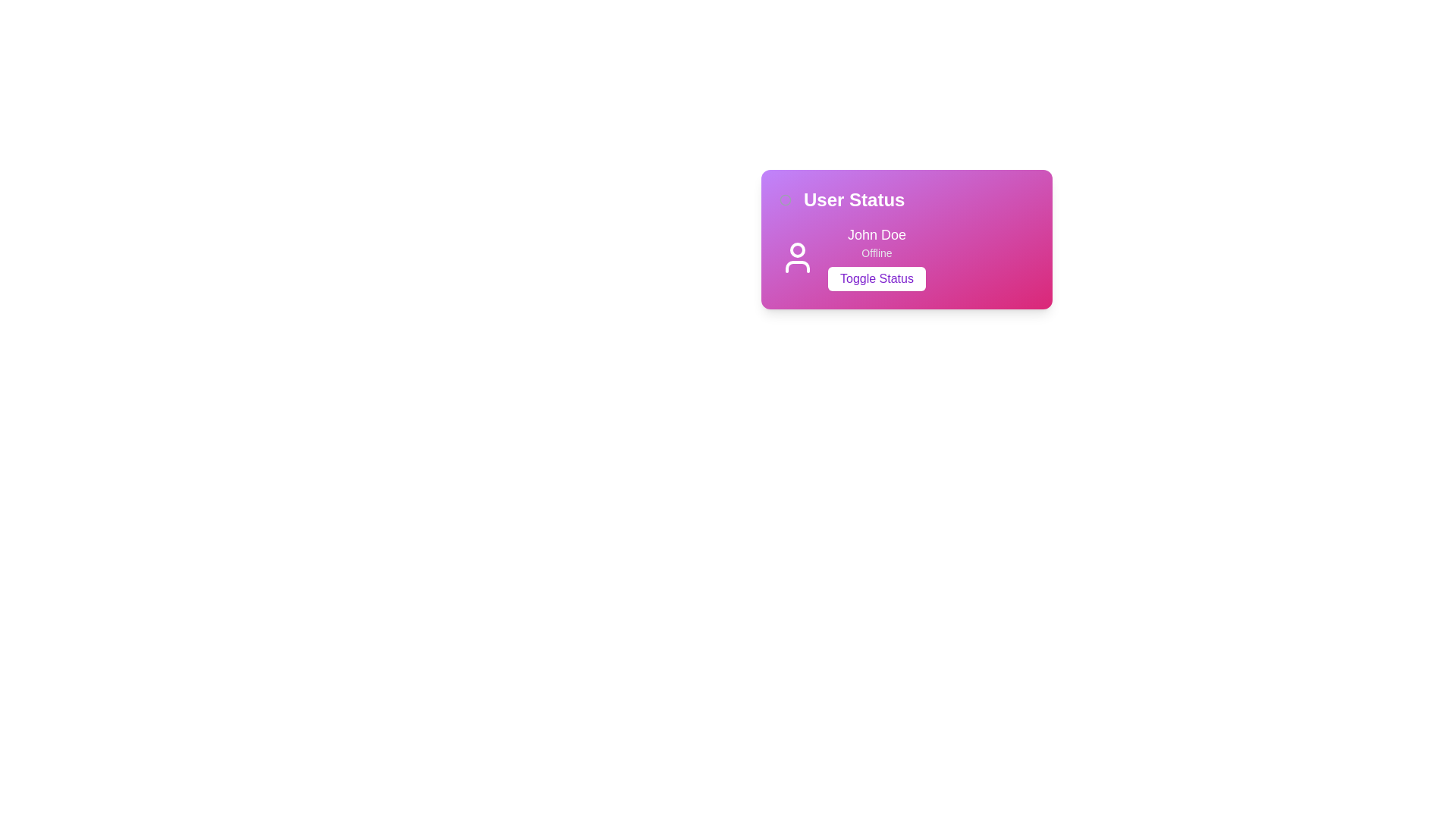 The image size is (1456, 819). I want to click on the button labeled 'John Doe' located in the bottom-right area of the purple and pink gradient card, so click(877, 278).